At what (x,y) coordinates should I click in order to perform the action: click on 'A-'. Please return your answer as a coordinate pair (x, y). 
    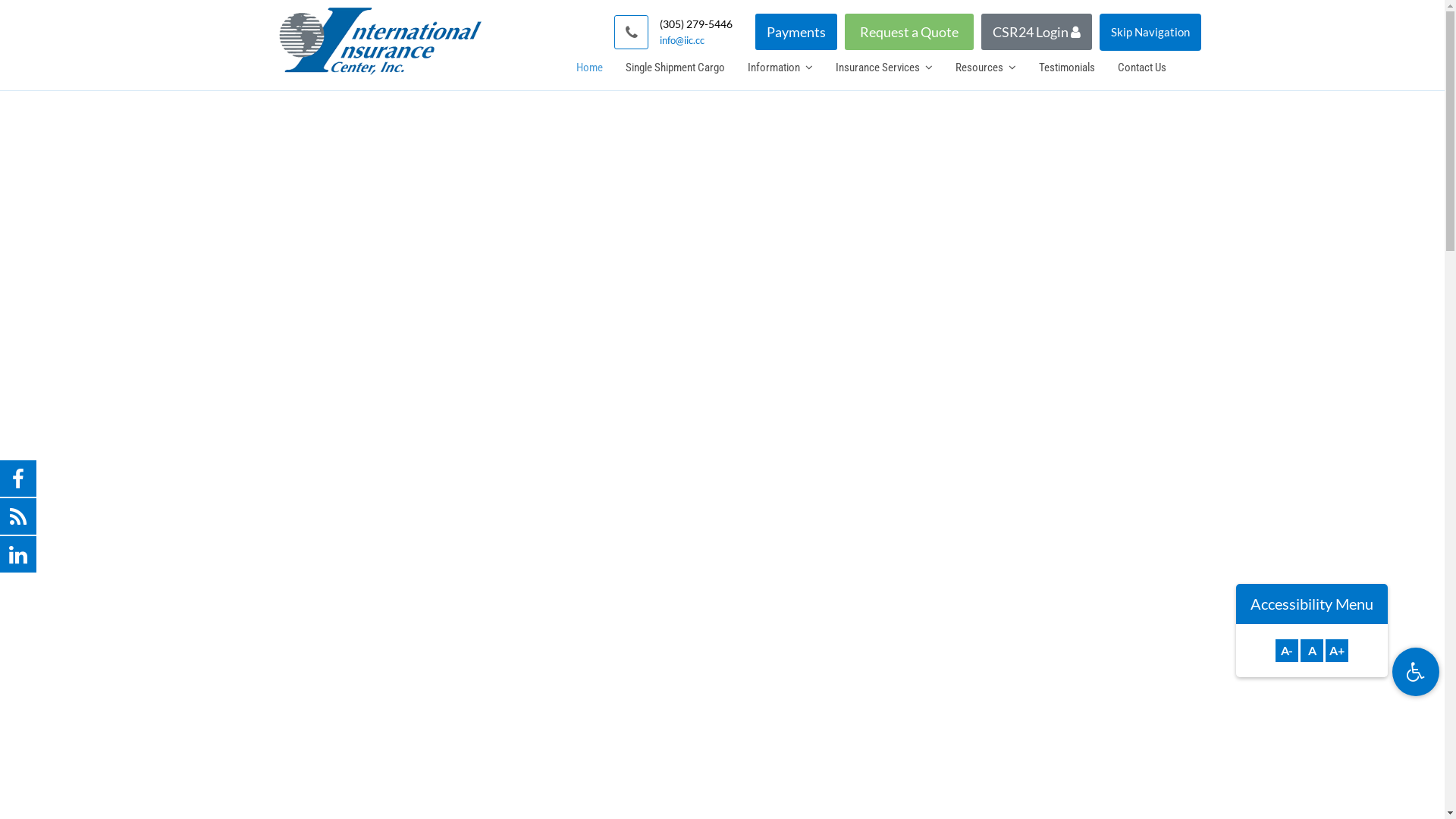
    Looking at the image, I should click on (1286, 649).